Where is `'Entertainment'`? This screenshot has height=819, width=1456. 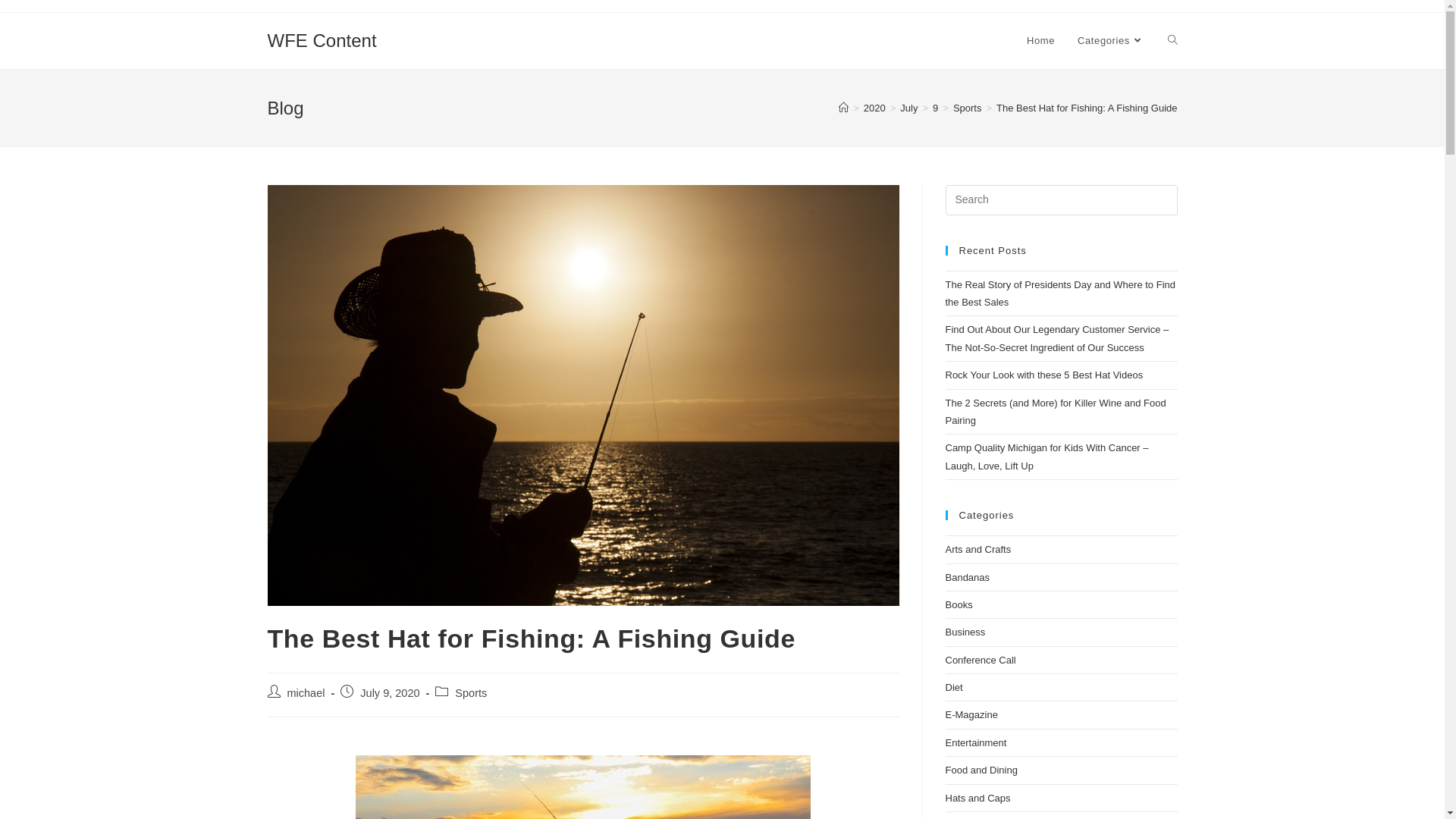
'Entertainment' is located at coordinates (975, 742).